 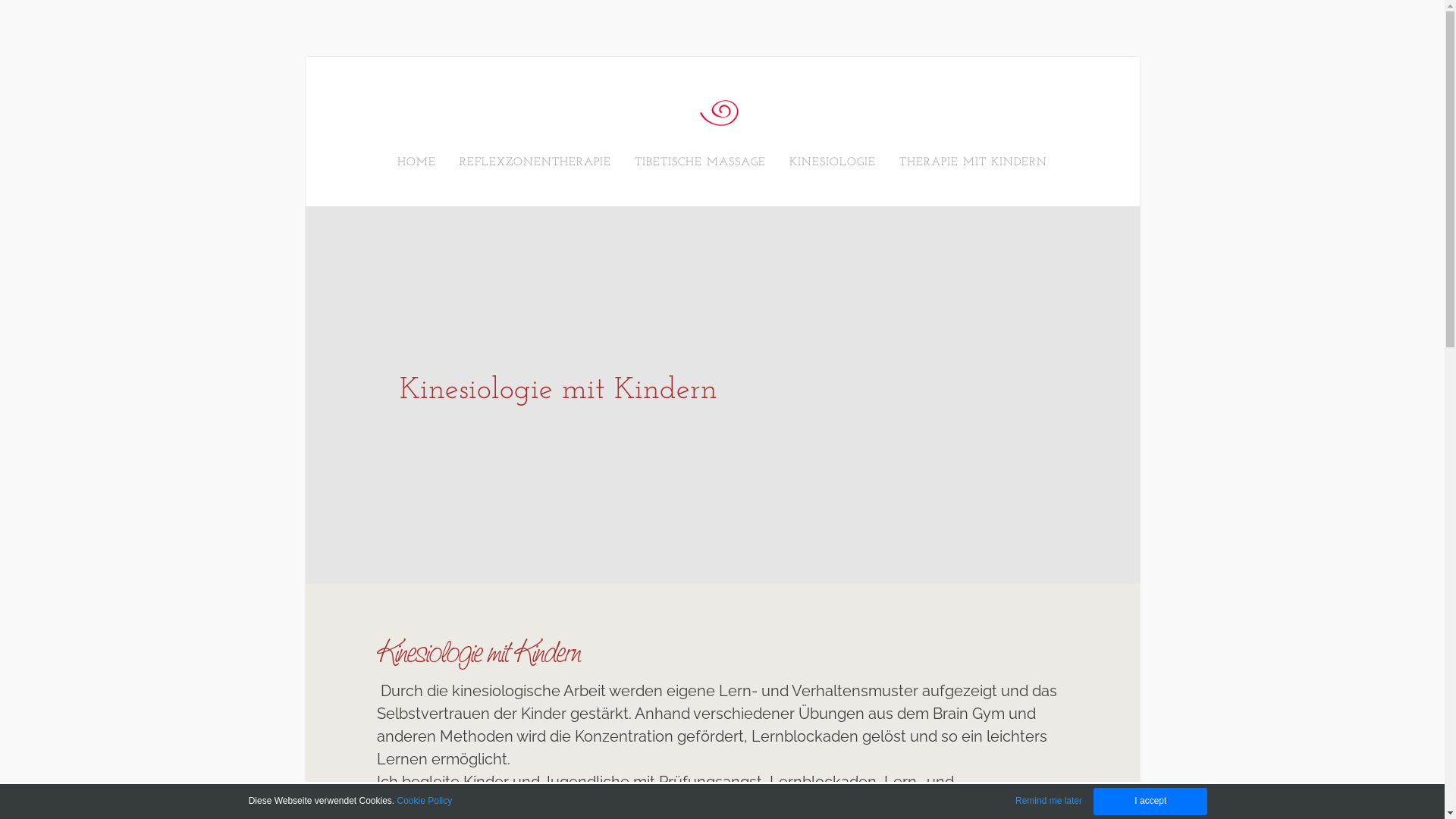 I want to click on 'Remind me later', so click(x=1015, y=800).